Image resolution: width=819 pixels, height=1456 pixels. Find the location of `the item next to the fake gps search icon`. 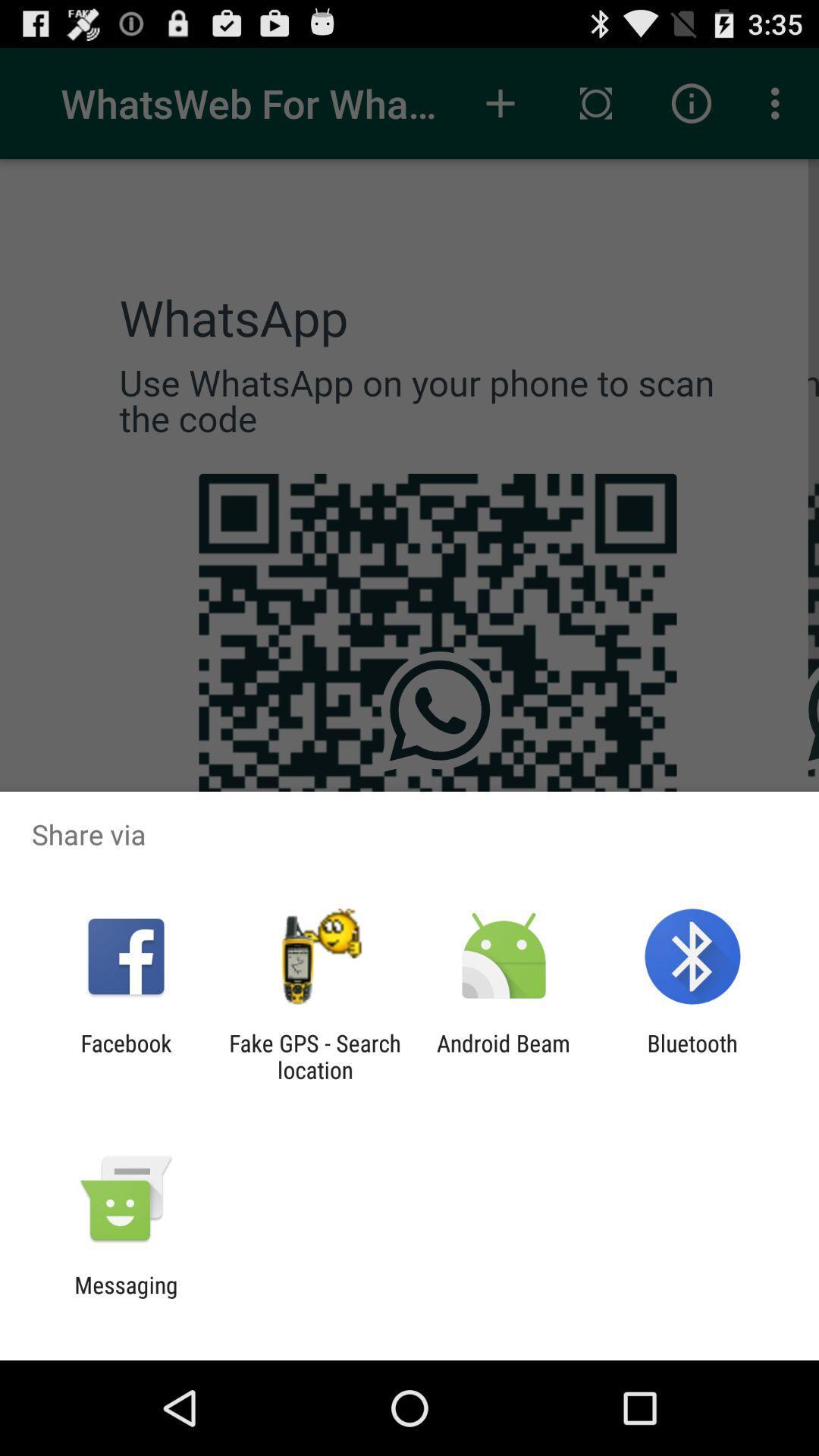

the item next to the fake gps search icon is located at coordinates (504, 1056).